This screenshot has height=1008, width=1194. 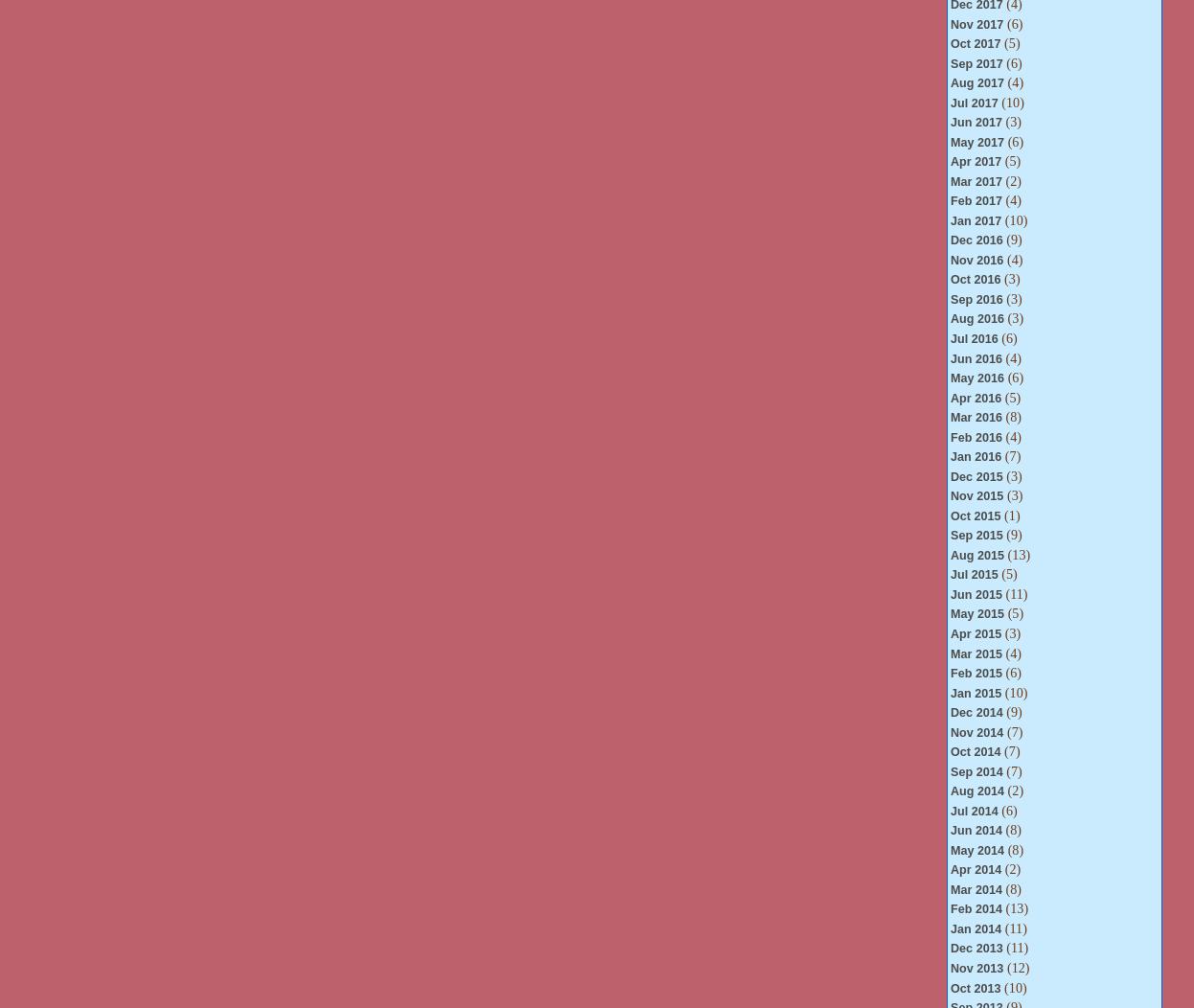 I want to click on 'Sep 2014', so click(x=975, y=770).